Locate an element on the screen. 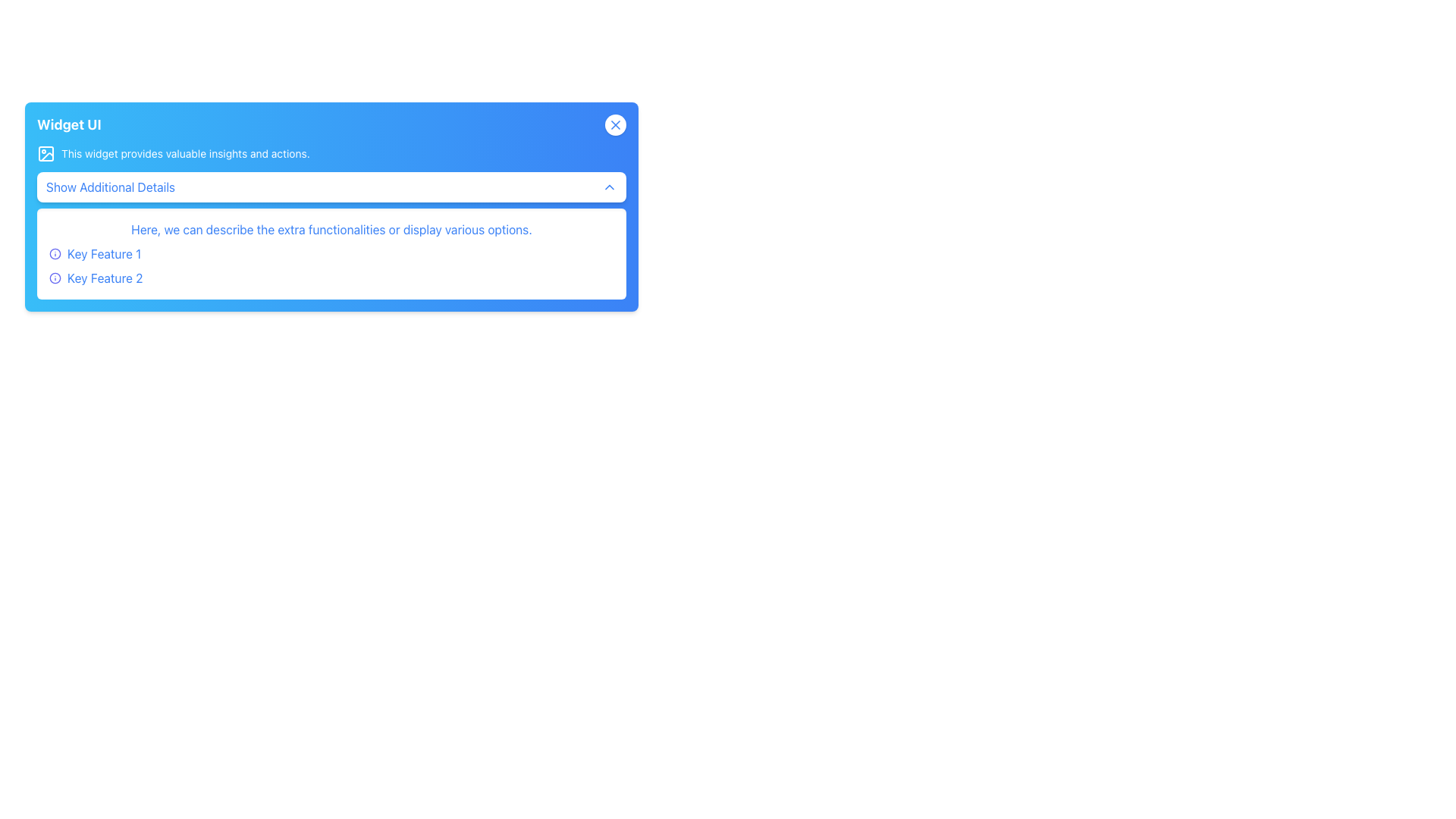 The height and width of the screenshot is (819, 1456). the icon located on the left side of the text 'This widget provides valuable insights and actions.' in the header section of the widget is located at coordinates (46, 154).